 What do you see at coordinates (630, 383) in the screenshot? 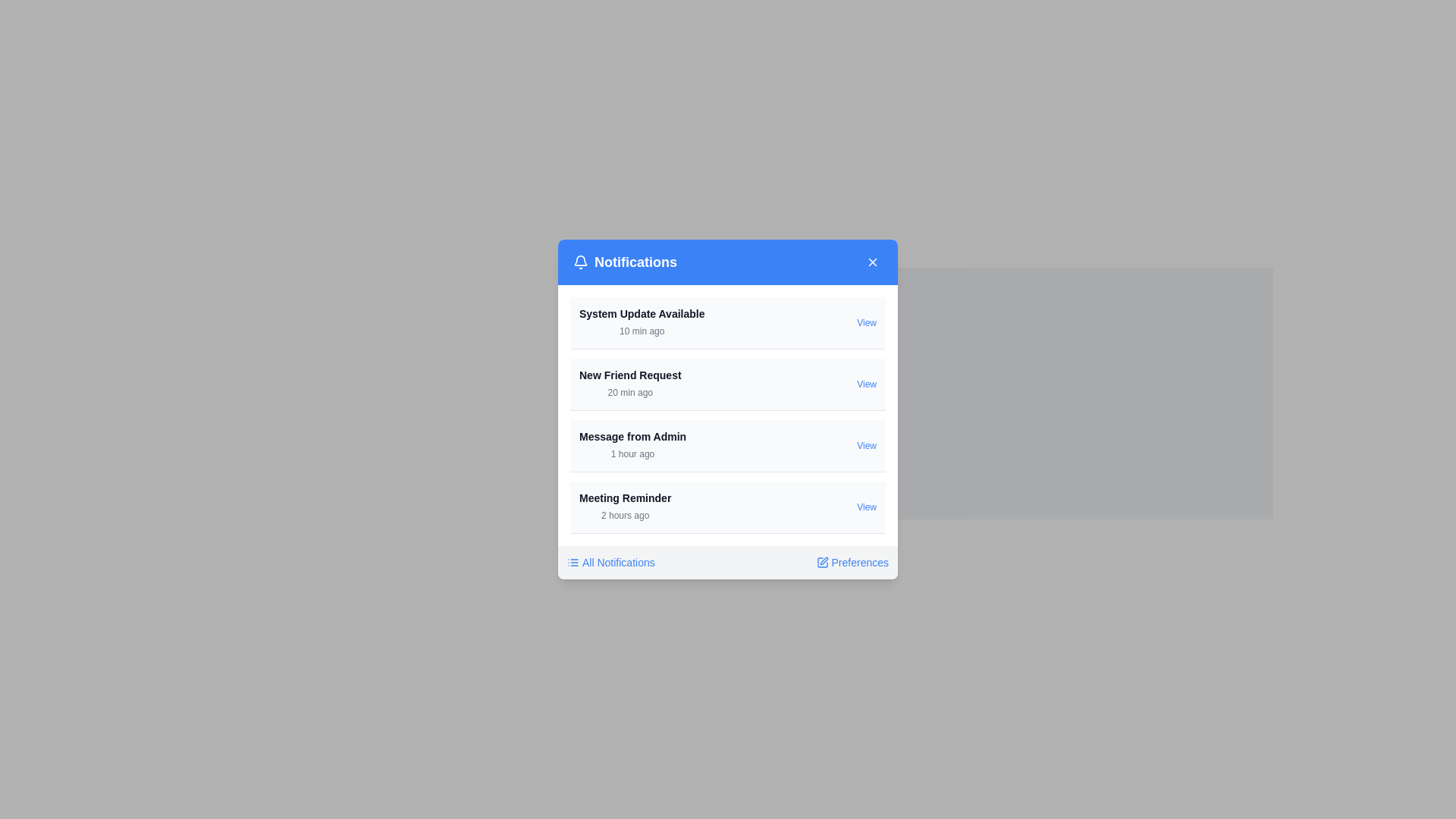
I see `the notification item indicating a new friend request received 20 minutes ago, which is the second item in the notification list` at bounding box center [630, 383].